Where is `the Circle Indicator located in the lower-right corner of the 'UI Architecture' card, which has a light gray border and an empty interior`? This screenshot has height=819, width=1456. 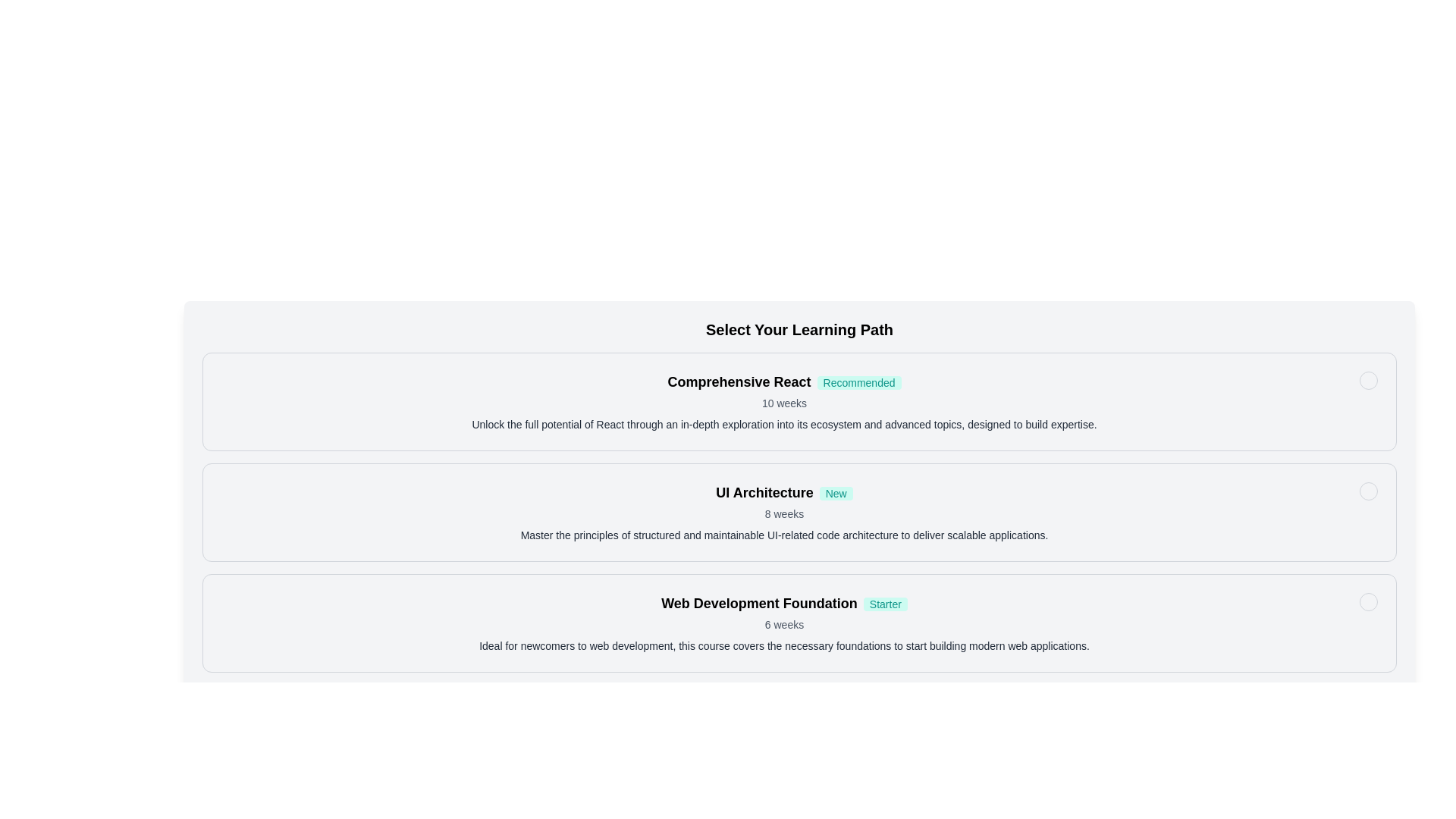 the Circle Indicator located in the lower-right corner of the 'UI Architecture' card, which has a light gray border and an empty interior is located at coordinates (1368, 491).